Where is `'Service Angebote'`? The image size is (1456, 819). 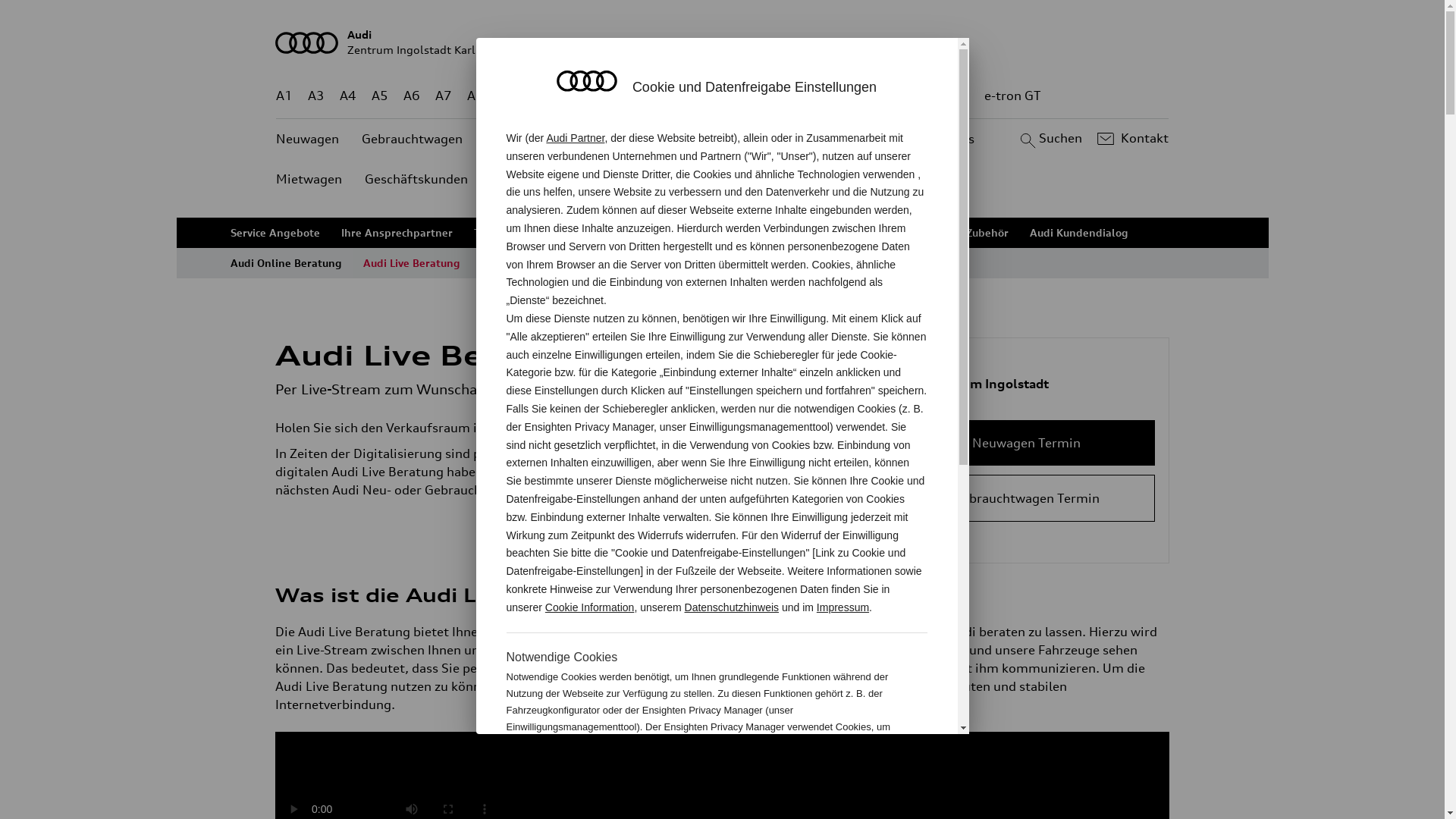
'Service Angebote' is located at coordinates (218, 233).